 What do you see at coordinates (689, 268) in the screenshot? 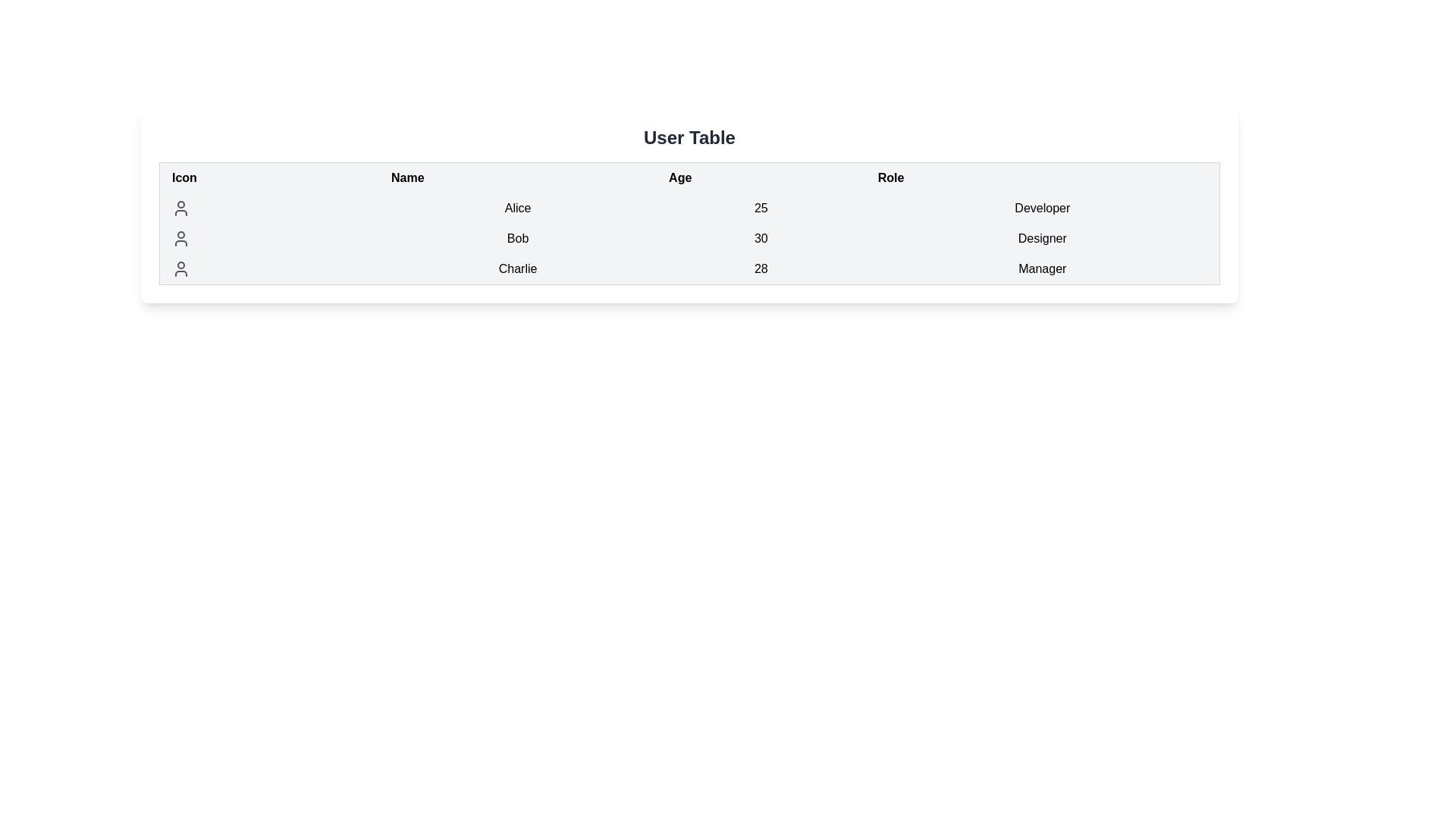
I see `the third row of the user details table representing the user named Charlie, which displays his name, age, and role` at bounding box center [689, 268].